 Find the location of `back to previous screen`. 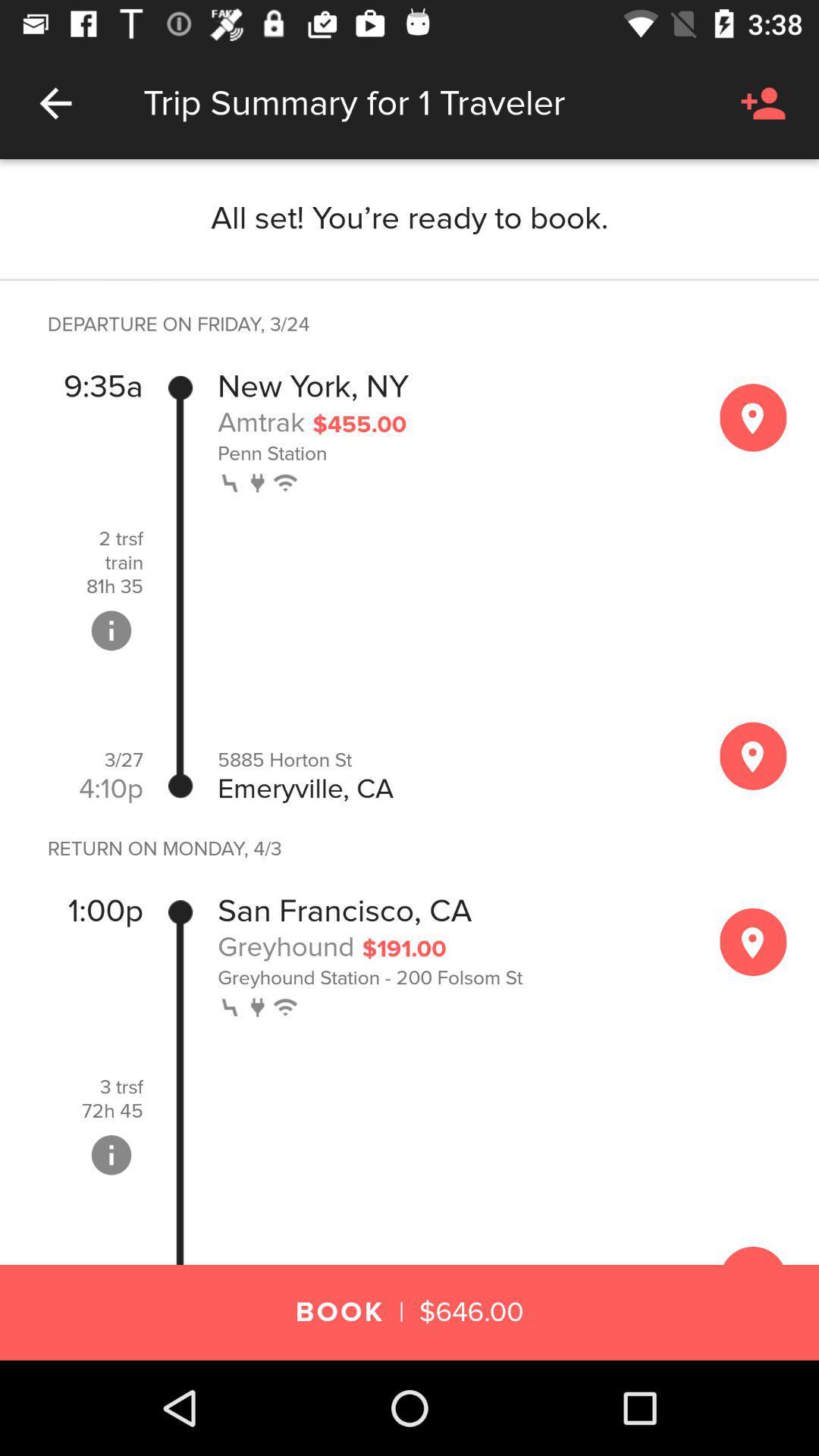

back to previous screen is located at coordinates (55, 102).